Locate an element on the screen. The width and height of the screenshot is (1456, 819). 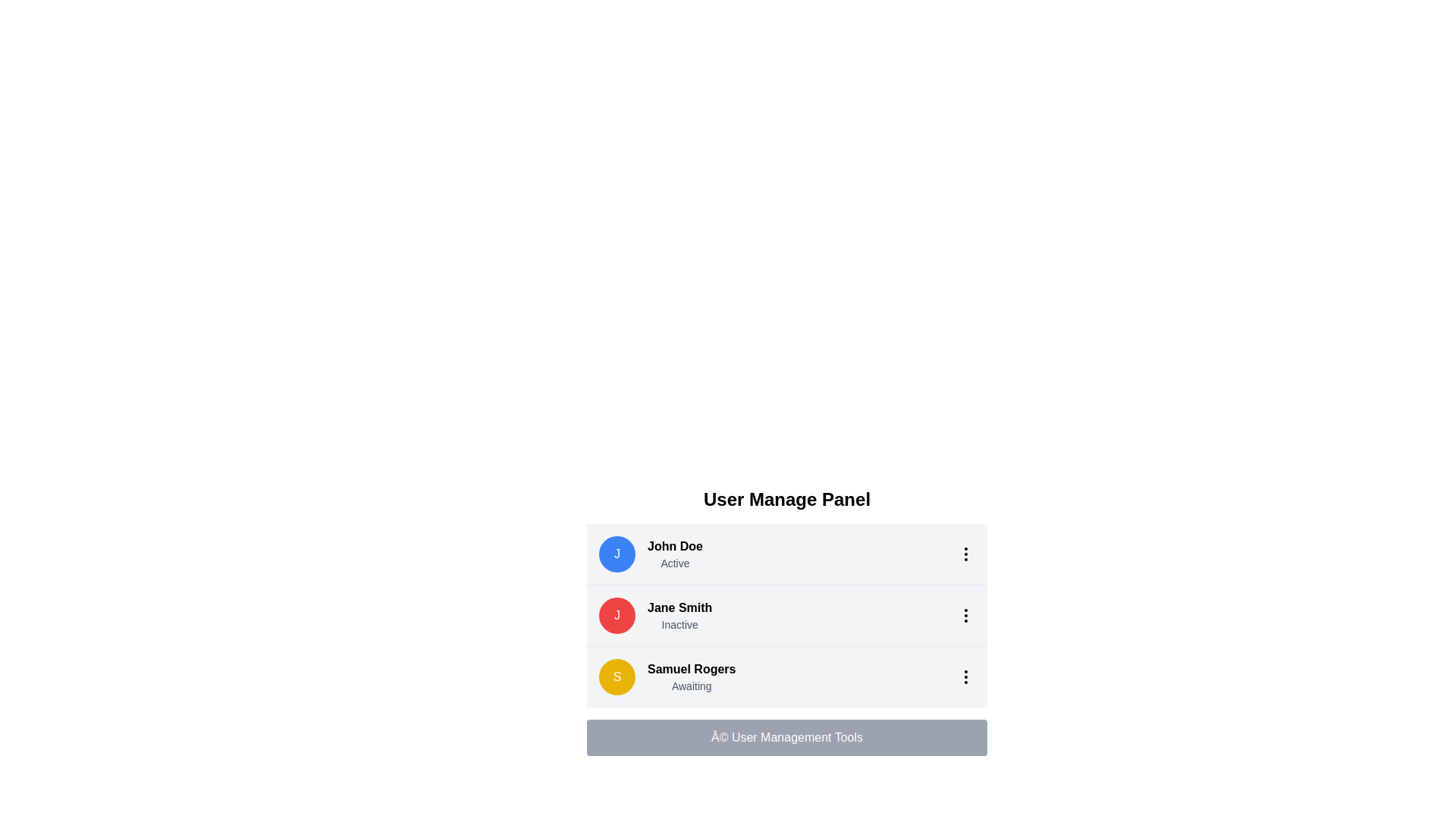
the avatar representing 'Jane Smith', which is located on the leftmost side of the user list is located at coordinates (617, 616).